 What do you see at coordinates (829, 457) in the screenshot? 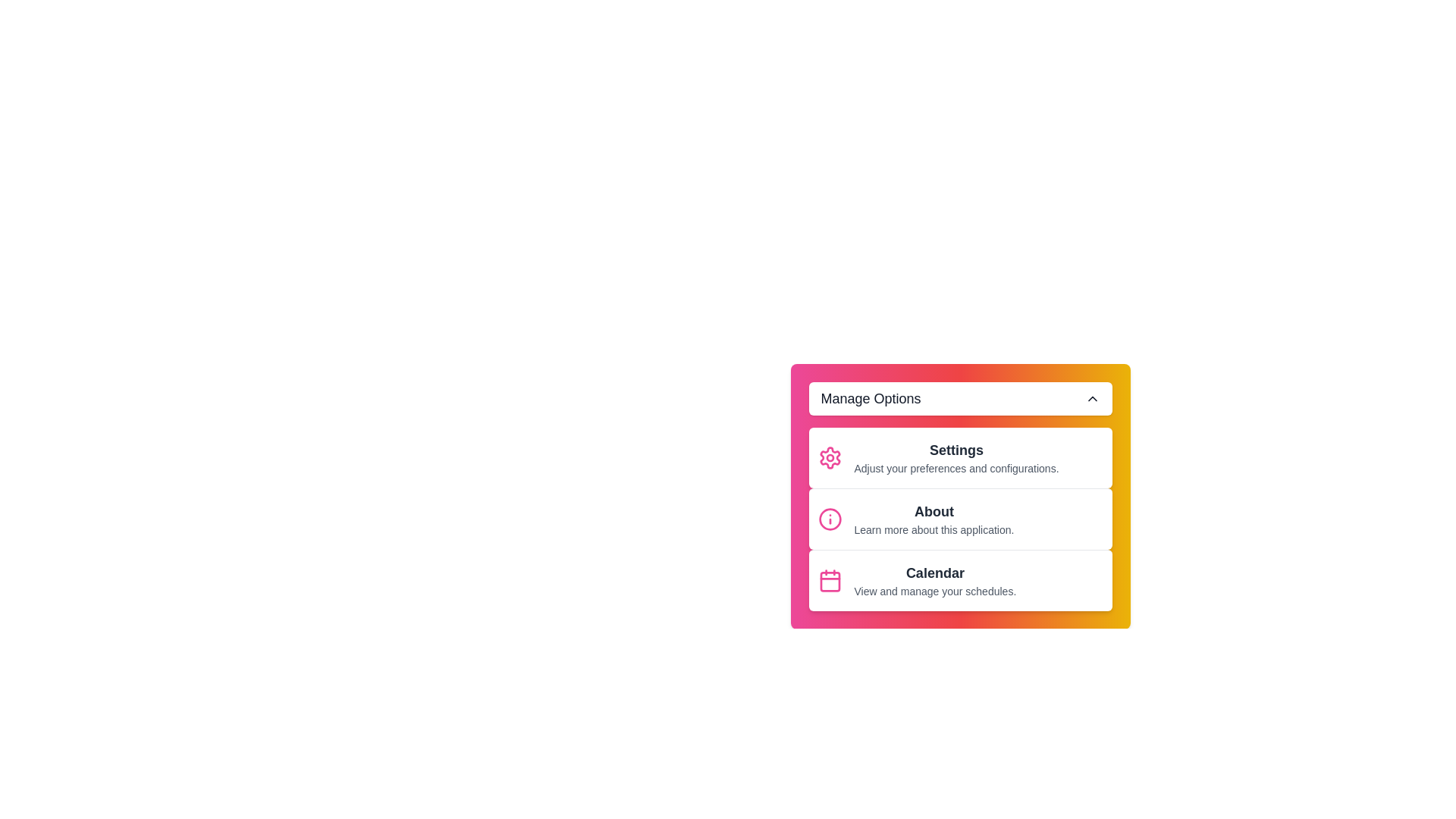
I see `the icon for Settings` at bounding box center [829, 457].